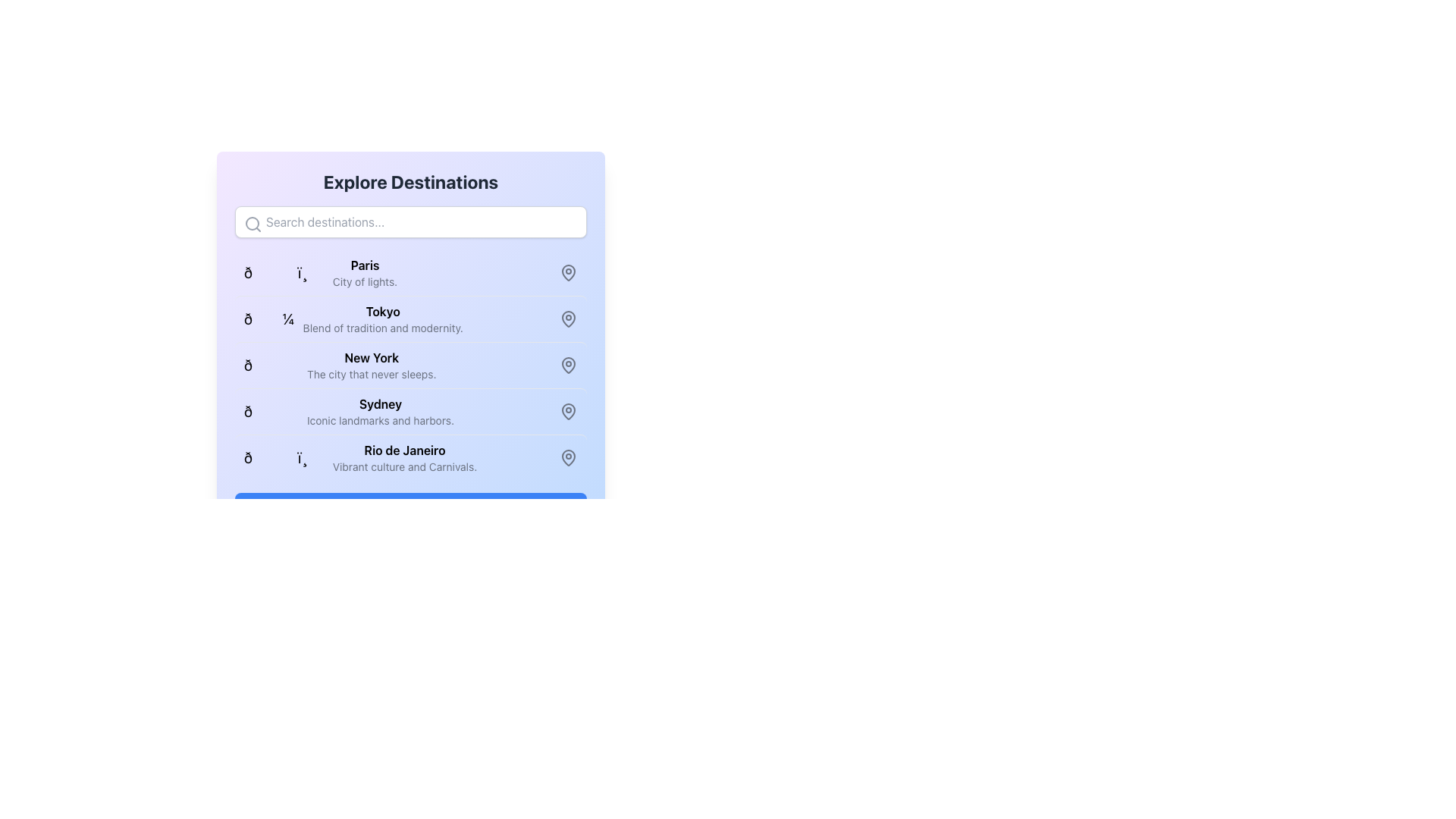  I want to click on the appearance of the location icon positioned in the third row of the list, next to 'New York', so click(567, 365).